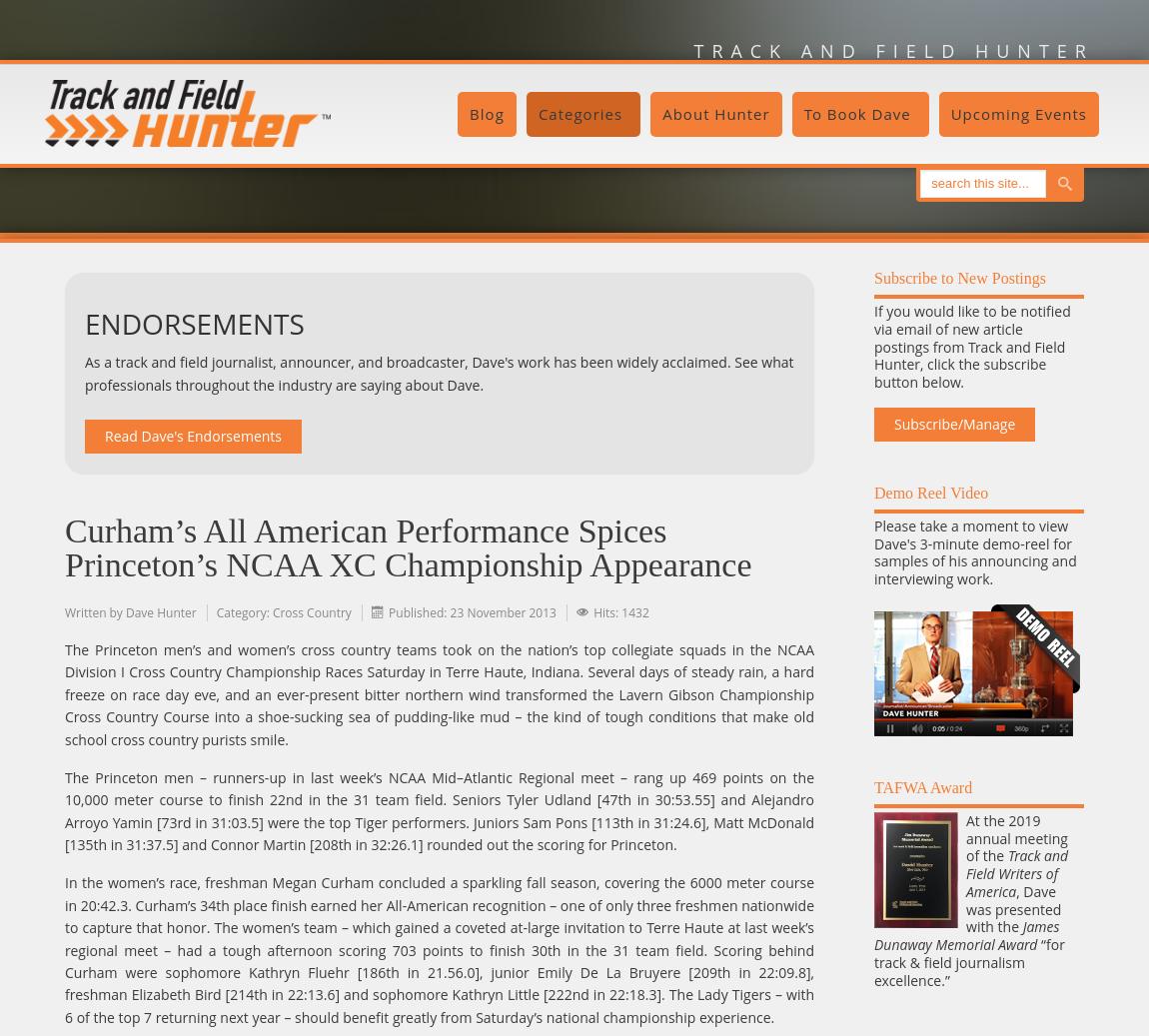  Describe the element at coordinates (893, 50) in the screenshot. I see `'TRACK AND FIELD HUNTER'` at that location.